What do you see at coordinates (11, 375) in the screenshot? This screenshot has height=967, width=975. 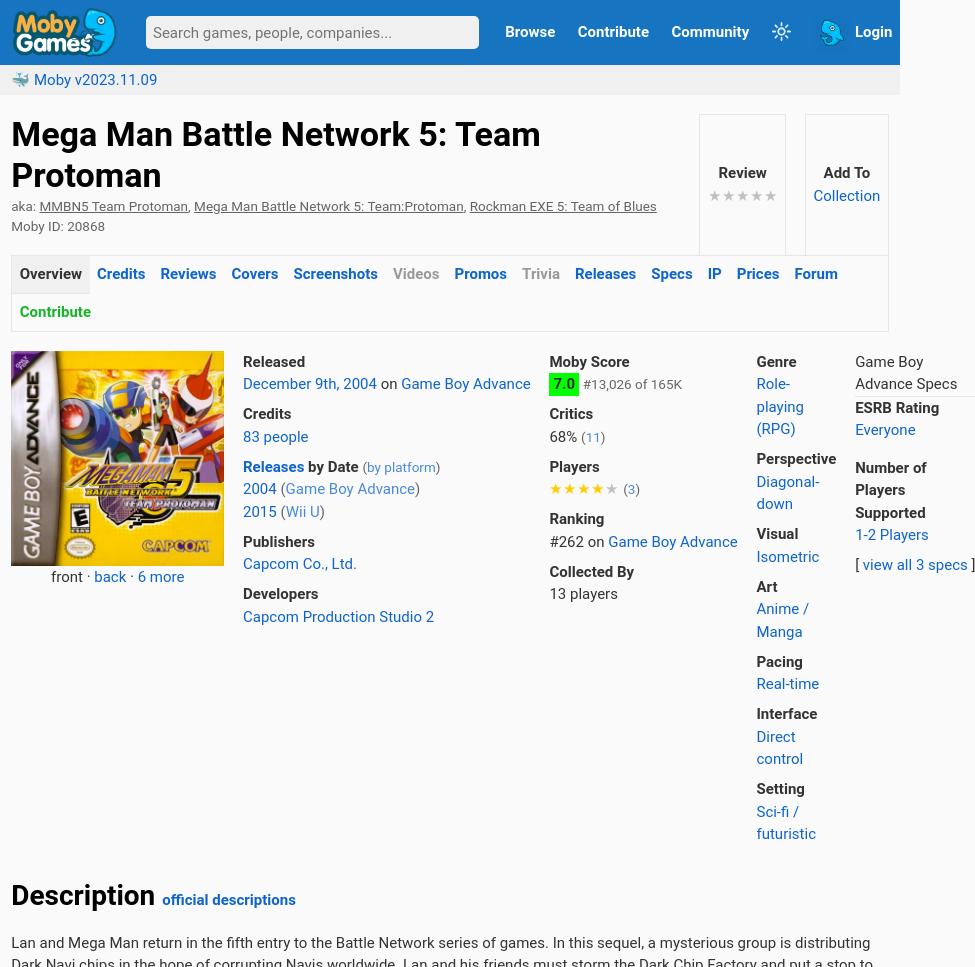 I see `'IGN'` at bounding box center [11, 375].